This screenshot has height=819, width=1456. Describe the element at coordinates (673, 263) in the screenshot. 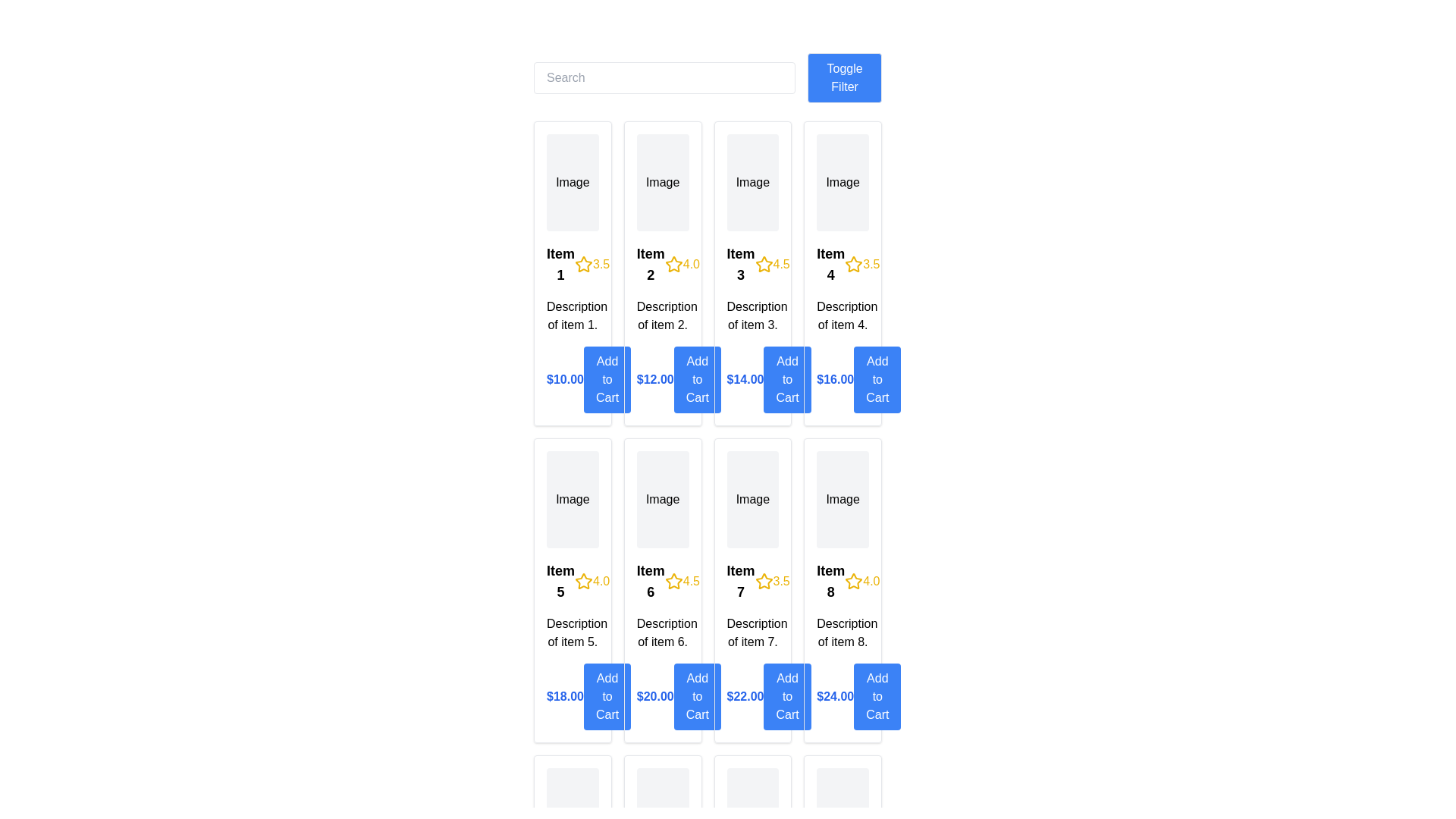

I see `the star-shaped icon with a yellow outline, located in the second item card under the numeric rating '4.0', to the right of 'Item 2' and above the 'Add to Cart' button` at that location.